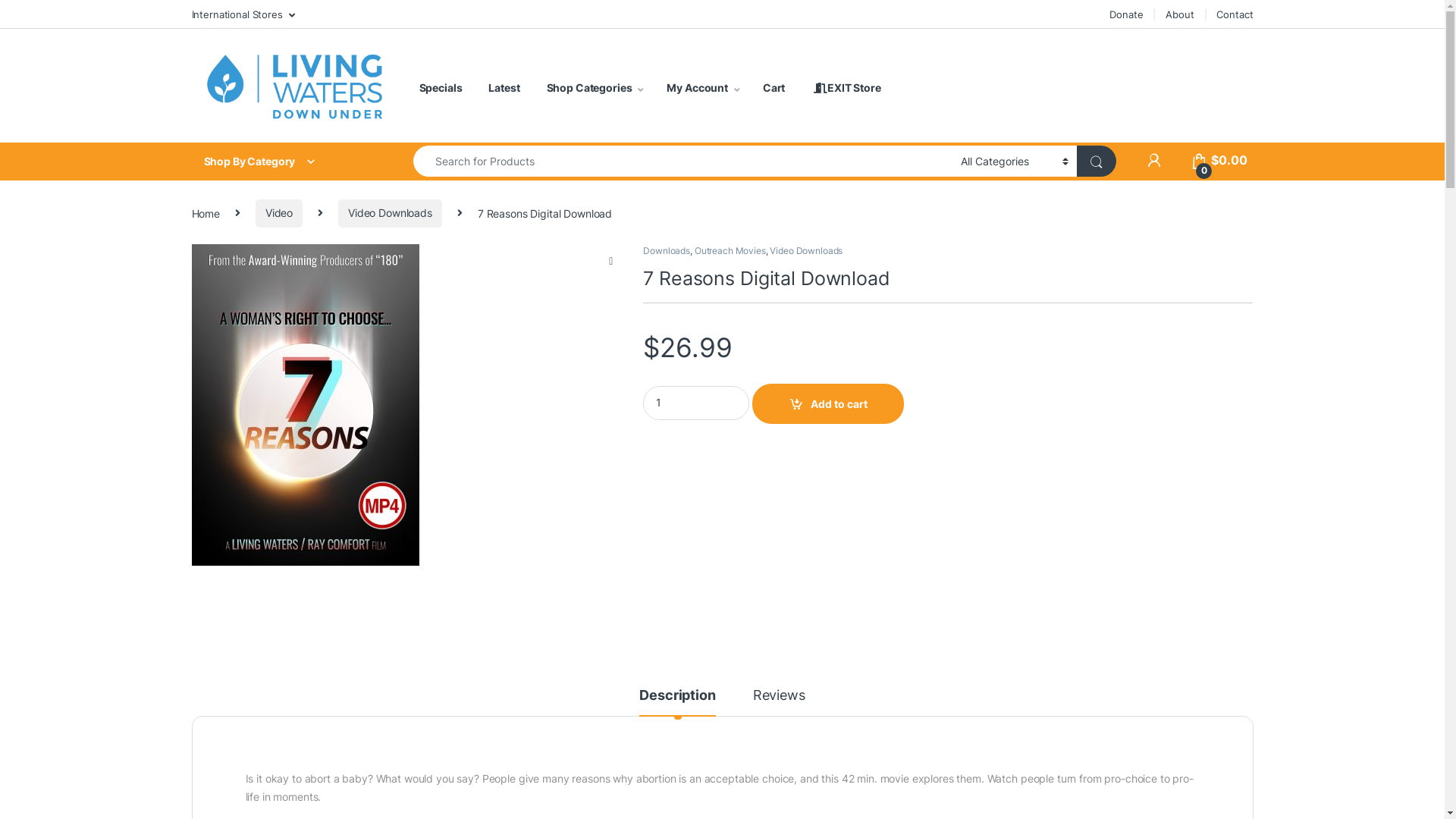 The width and height of the screenshot is (1456, 819). What do you see at coordinates (676, 701) in the screenshot?
I see `'Description'` at bounding box center [676, 701].